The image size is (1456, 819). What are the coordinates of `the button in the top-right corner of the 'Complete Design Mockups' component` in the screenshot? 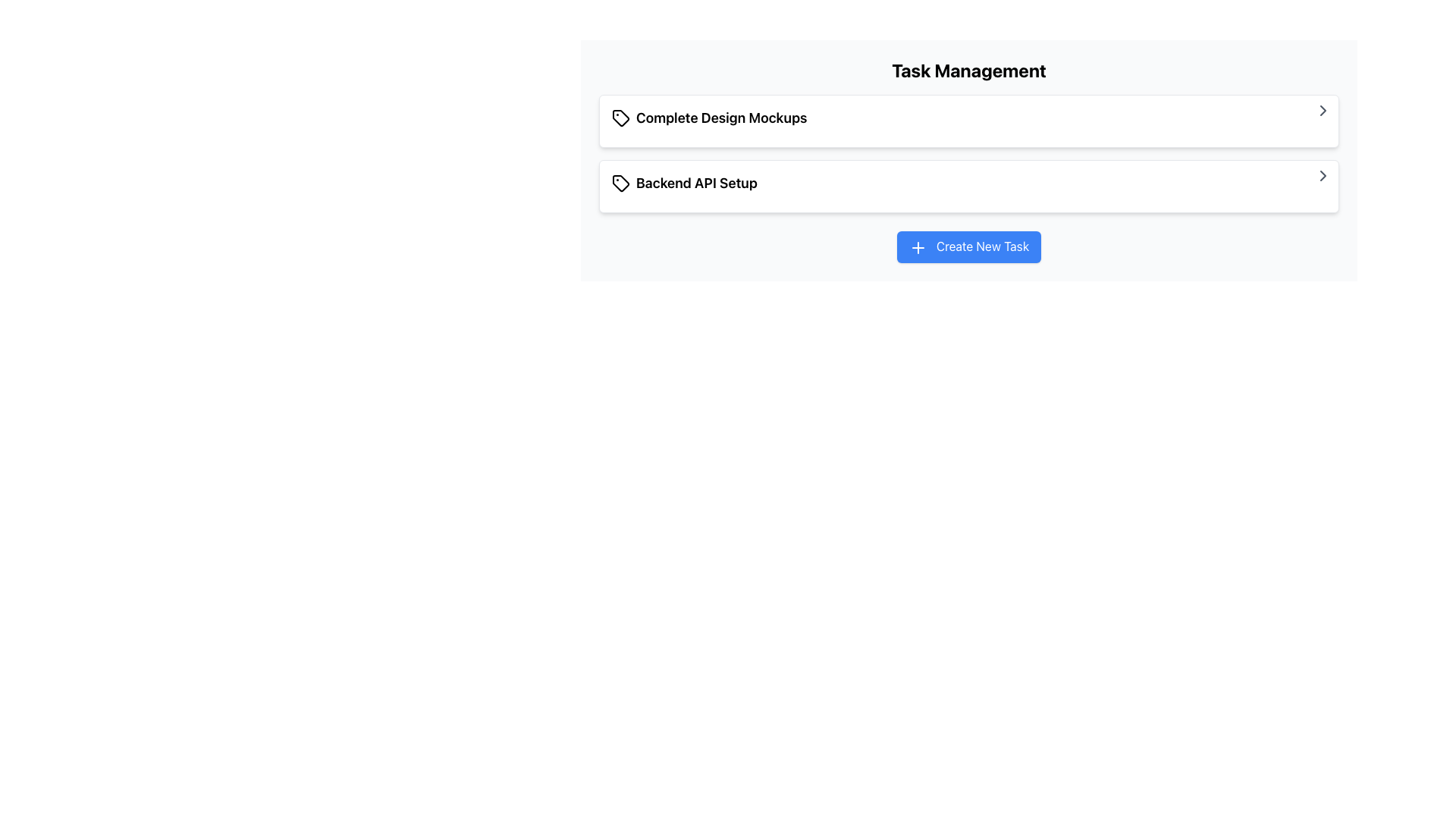 It's located at (1323, 110).